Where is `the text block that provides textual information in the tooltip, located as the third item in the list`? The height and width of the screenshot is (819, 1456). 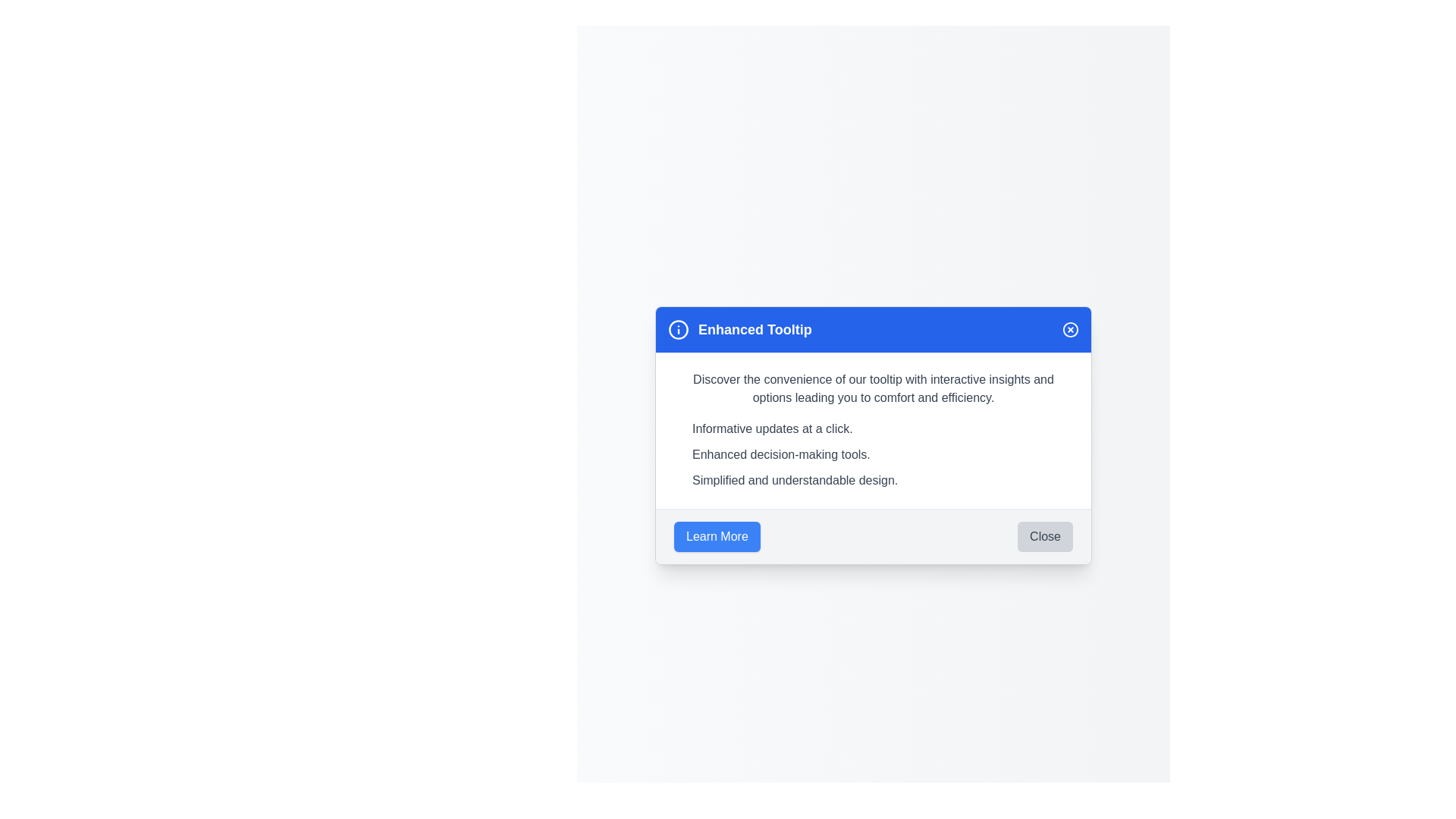
the text block that provides textual information in the tooltip, located as the third item in the list is located at coordinates (882, 480).